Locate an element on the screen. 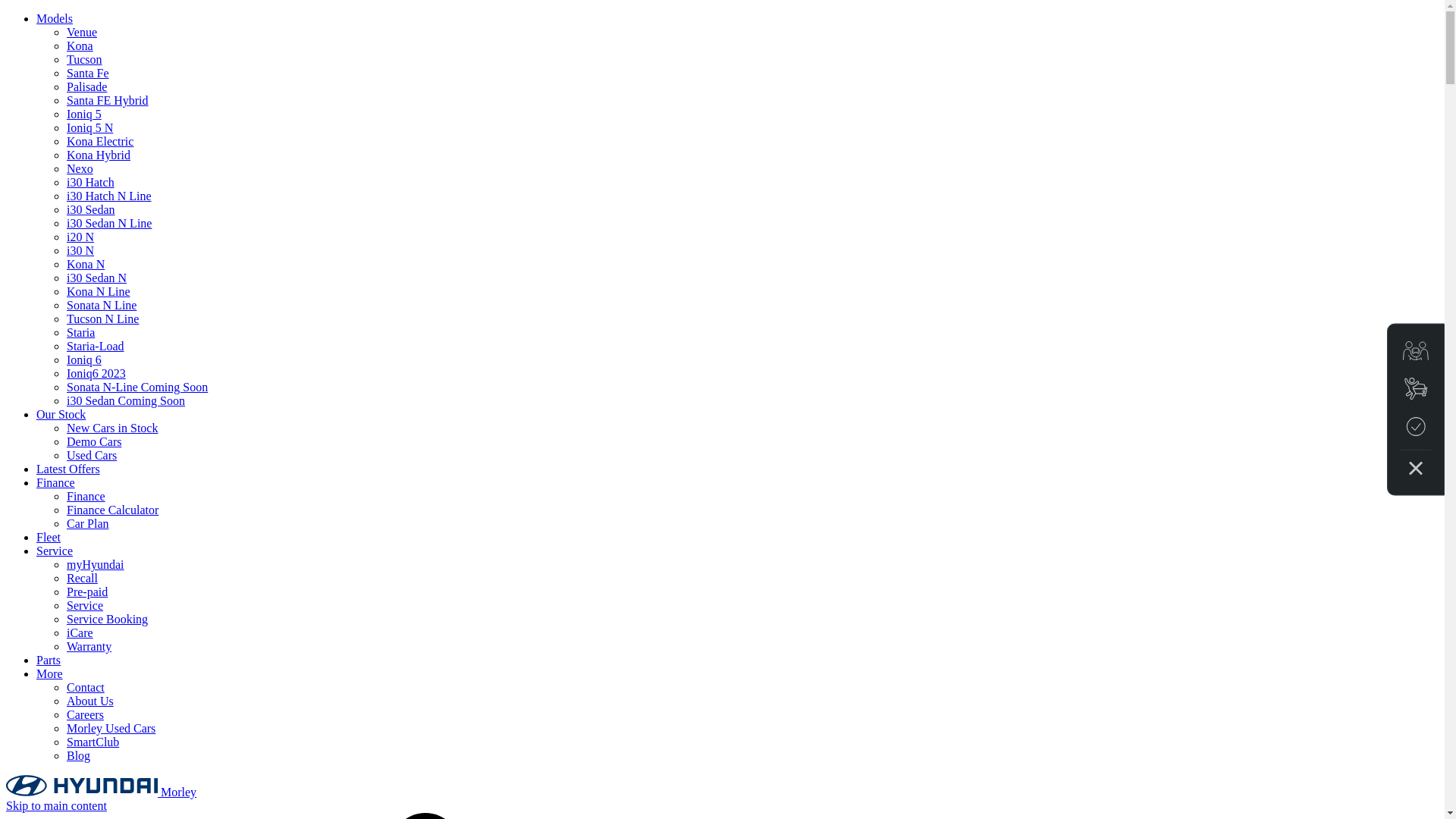  'Fleet' is located at coordinates (48, 536).